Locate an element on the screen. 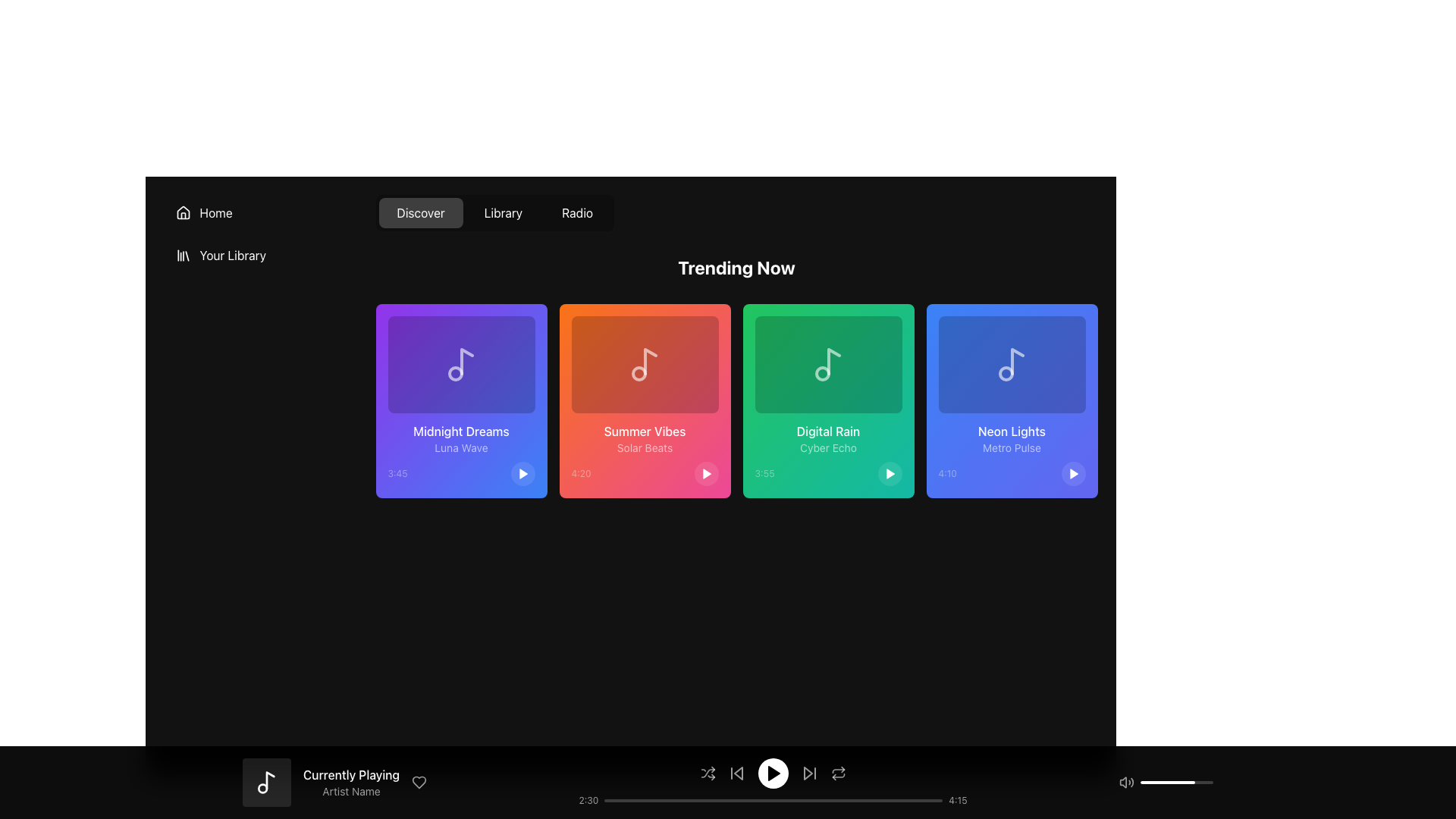  the 'Your Library' icon located in the left sidebar is located at coordinates (182, 254).